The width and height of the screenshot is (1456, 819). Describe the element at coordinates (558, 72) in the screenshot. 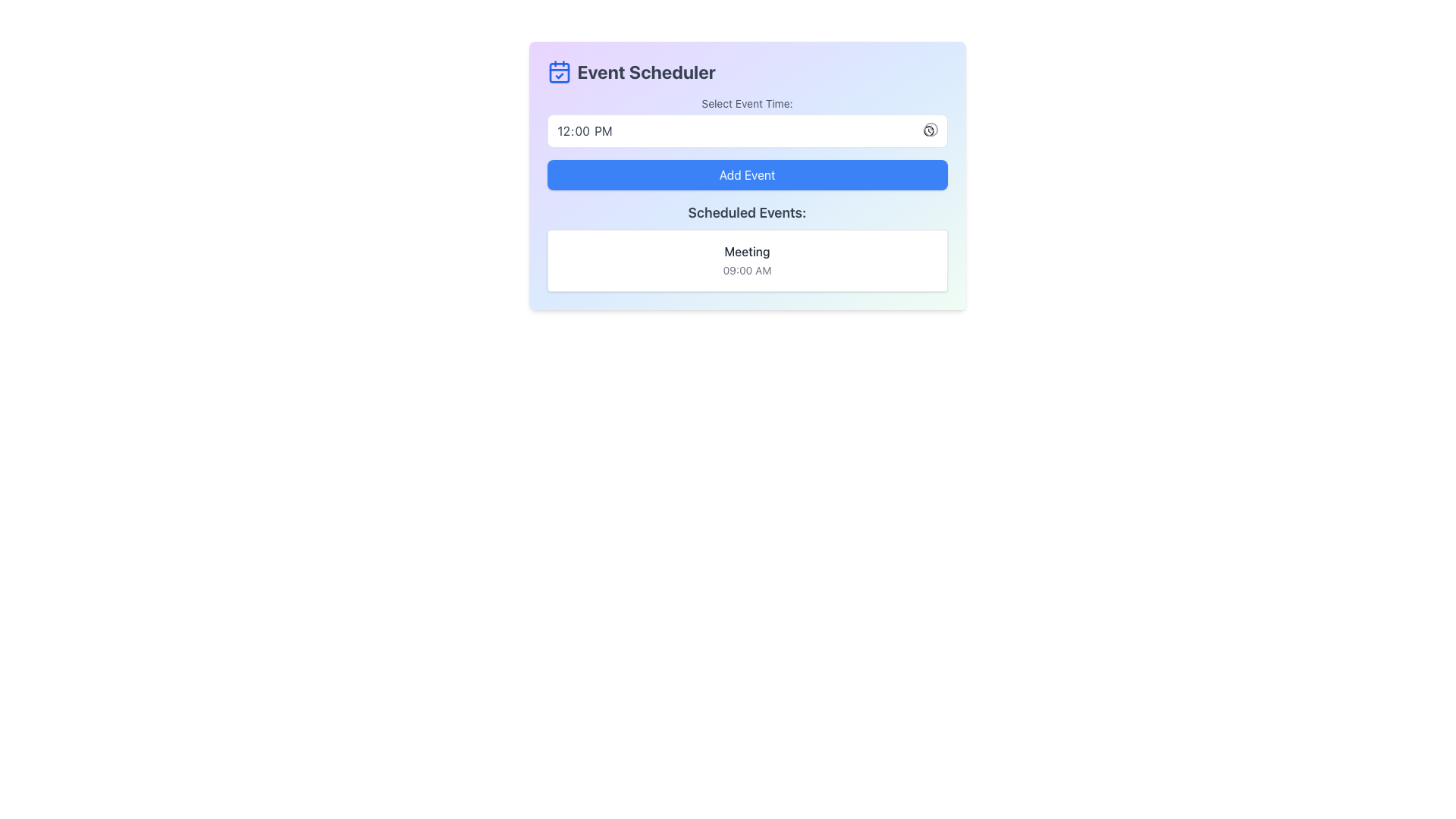

I see `the blue-colored calendar icon with a check mark located to the left of the 'Event Scheduler' title` at that location.